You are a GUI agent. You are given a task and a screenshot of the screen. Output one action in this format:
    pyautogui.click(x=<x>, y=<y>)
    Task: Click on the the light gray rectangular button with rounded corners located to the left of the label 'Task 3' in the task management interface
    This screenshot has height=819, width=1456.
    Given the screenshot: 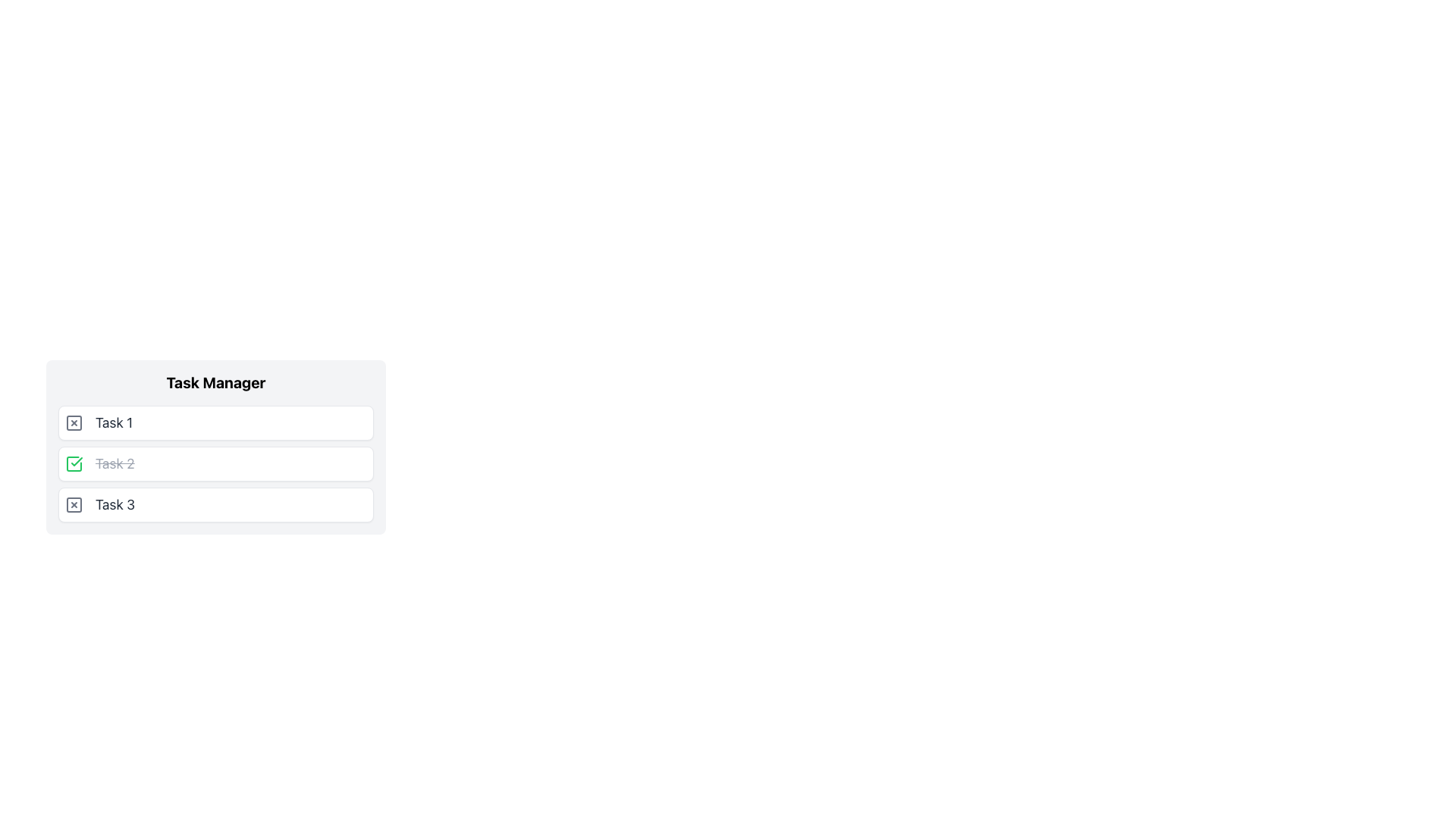 What is the action you would take?
    pyautogui.click(x=73, y=505)
    